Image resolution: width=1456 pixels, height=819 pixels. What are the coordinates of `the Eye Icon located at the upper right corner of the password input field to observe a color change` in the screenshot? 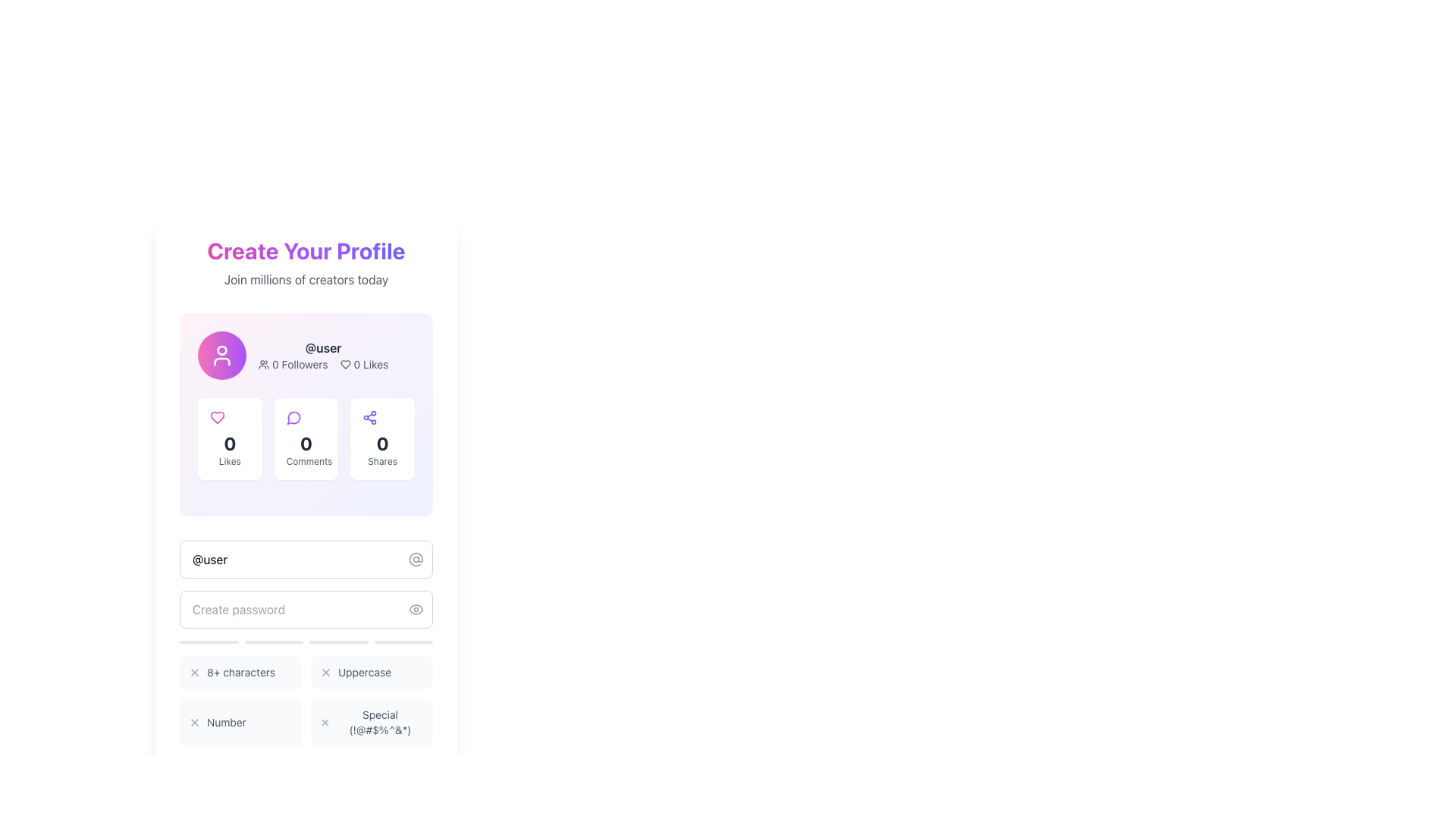 It's located at (416, 608).